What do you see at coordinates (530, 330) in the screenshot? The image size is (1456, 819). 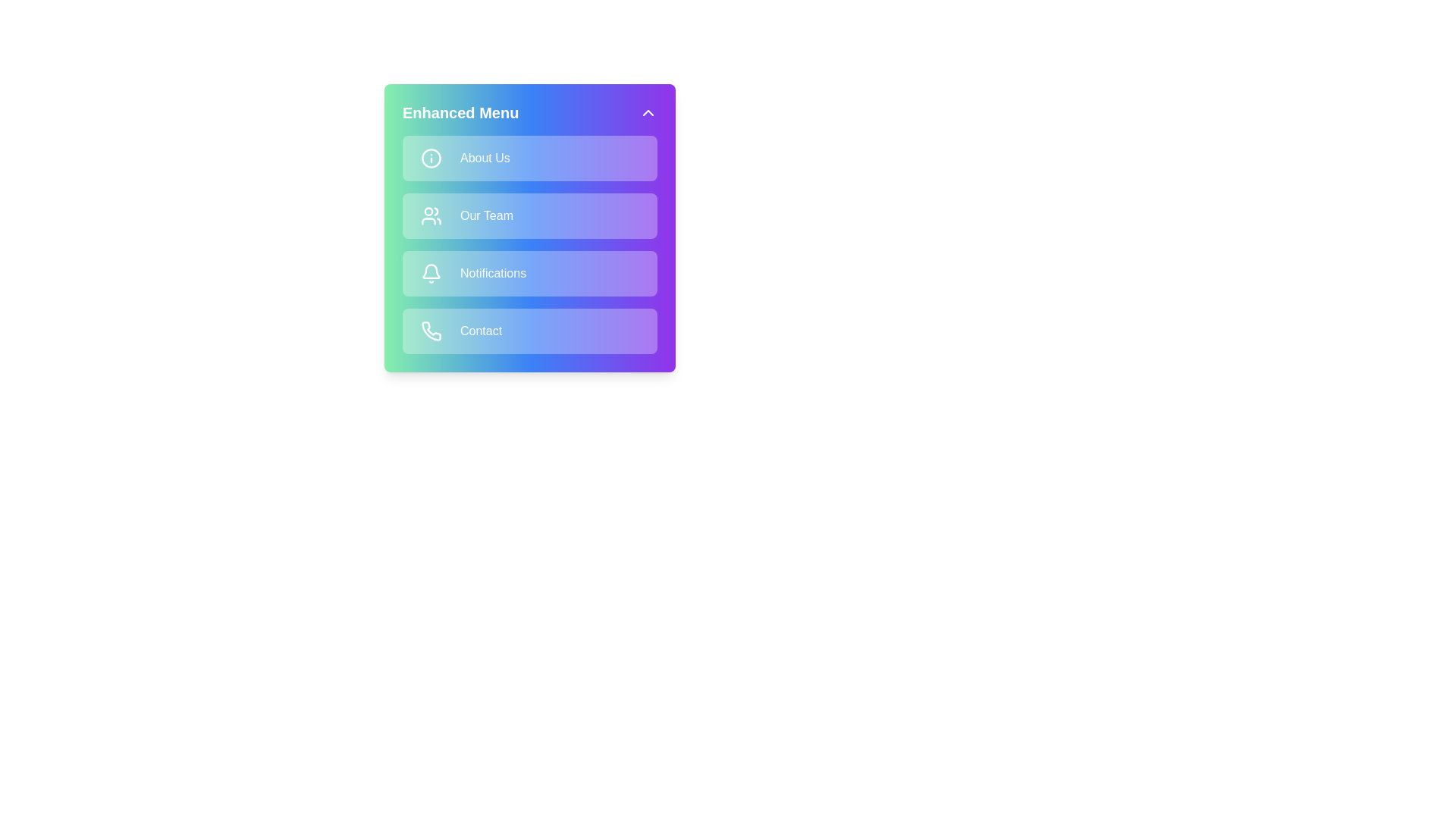 I see `the menu item Contact from the options available` at bounding box center [530, 330].